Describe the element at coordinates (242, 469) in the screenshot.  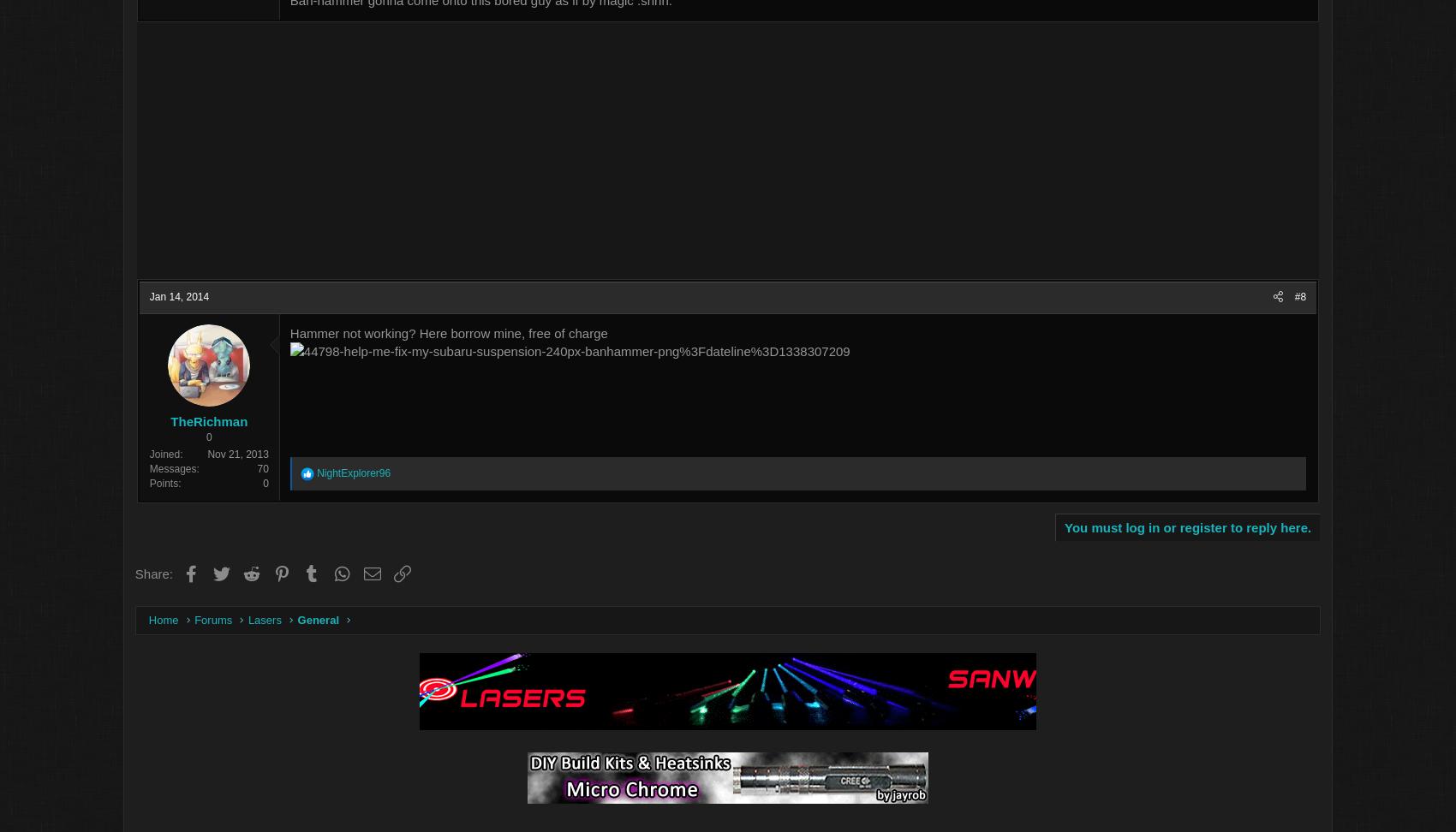
I see `'Messages'` at that location.